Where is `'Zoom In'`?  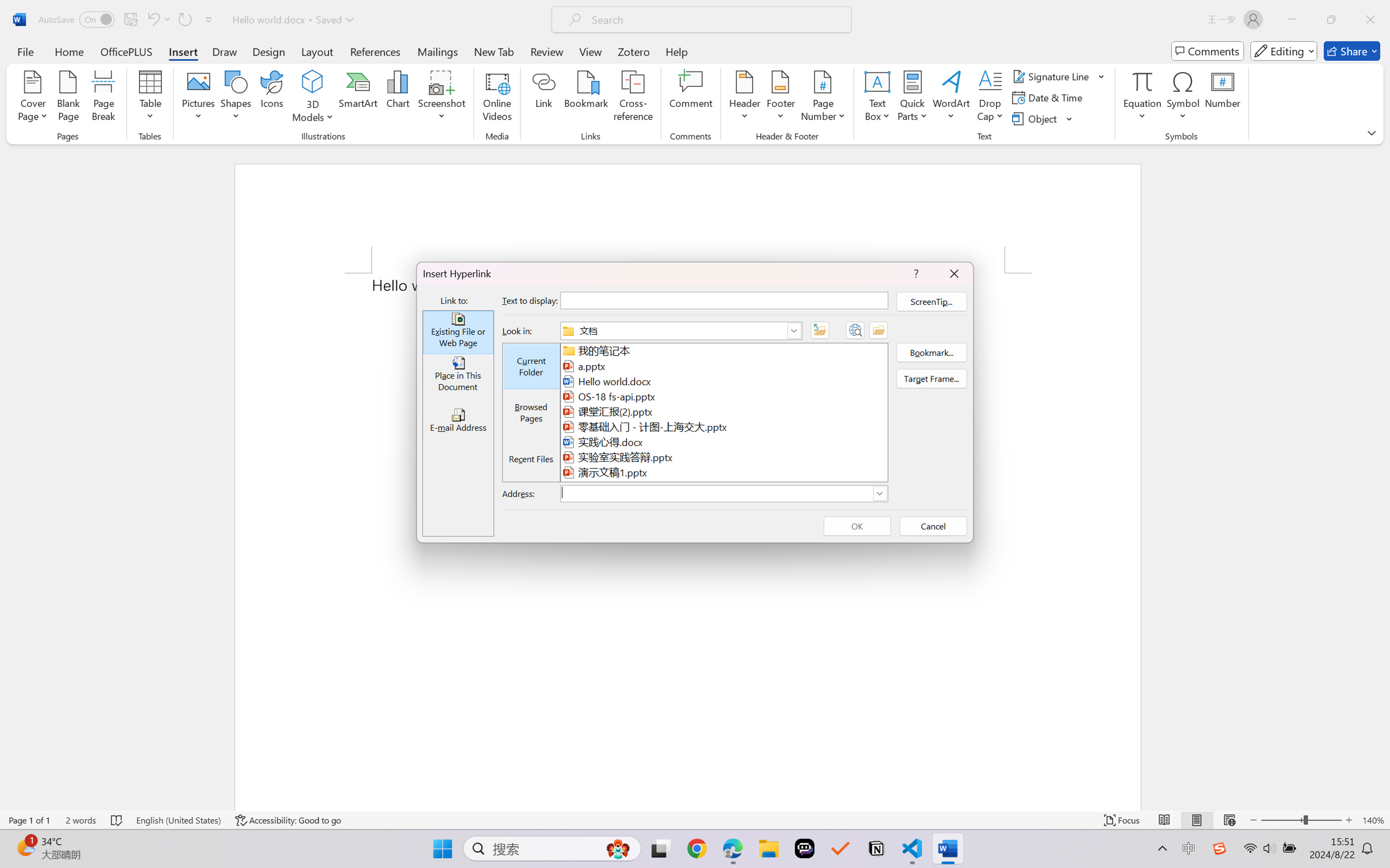 'Zoom In' is located at coordinates (1349, 820).